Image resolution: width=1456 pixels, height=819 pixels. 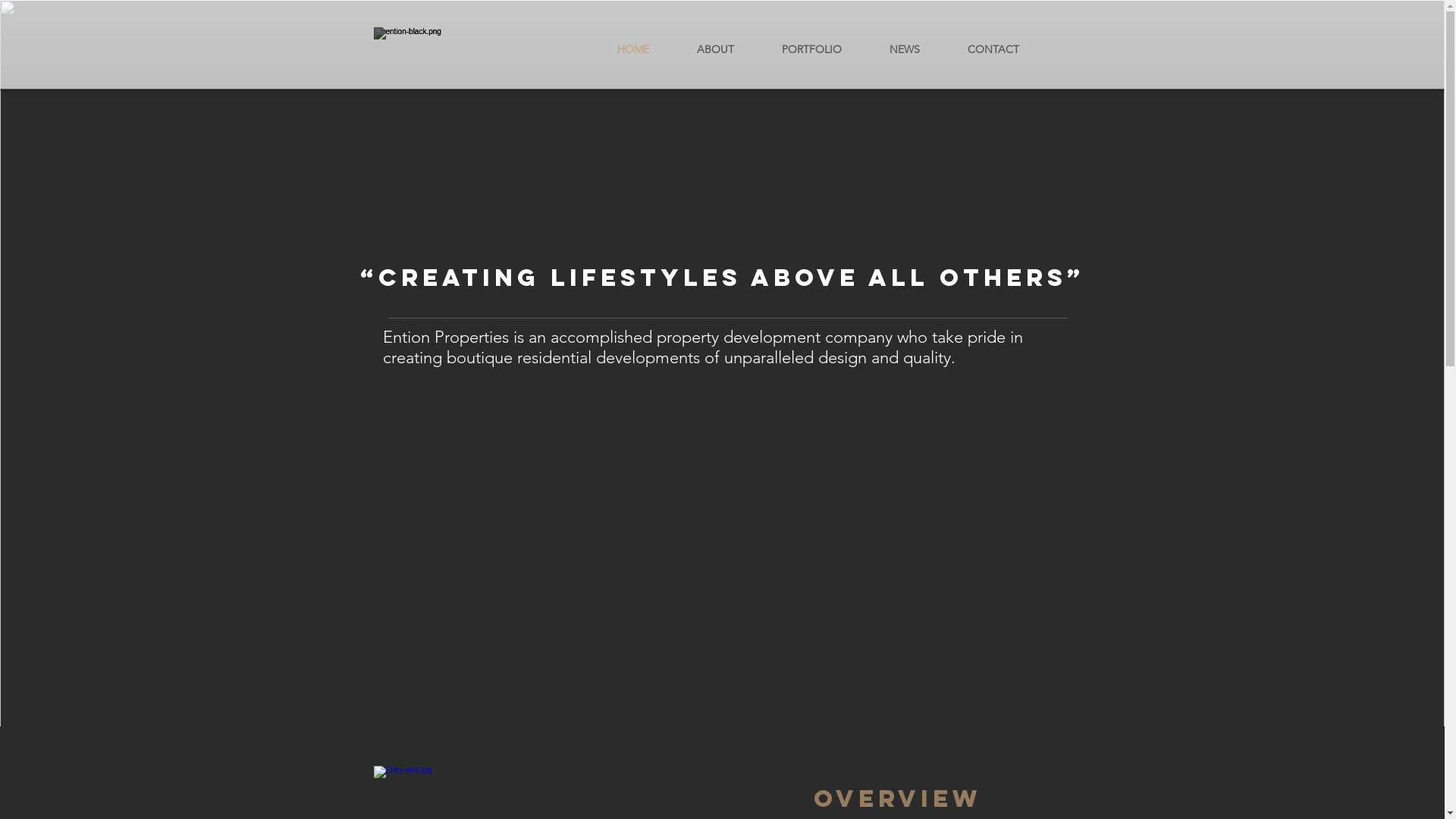 What do you see at coordinates (632, 49) in the screenshot?
I see `'HOME'` at bounding box center [632, 49].